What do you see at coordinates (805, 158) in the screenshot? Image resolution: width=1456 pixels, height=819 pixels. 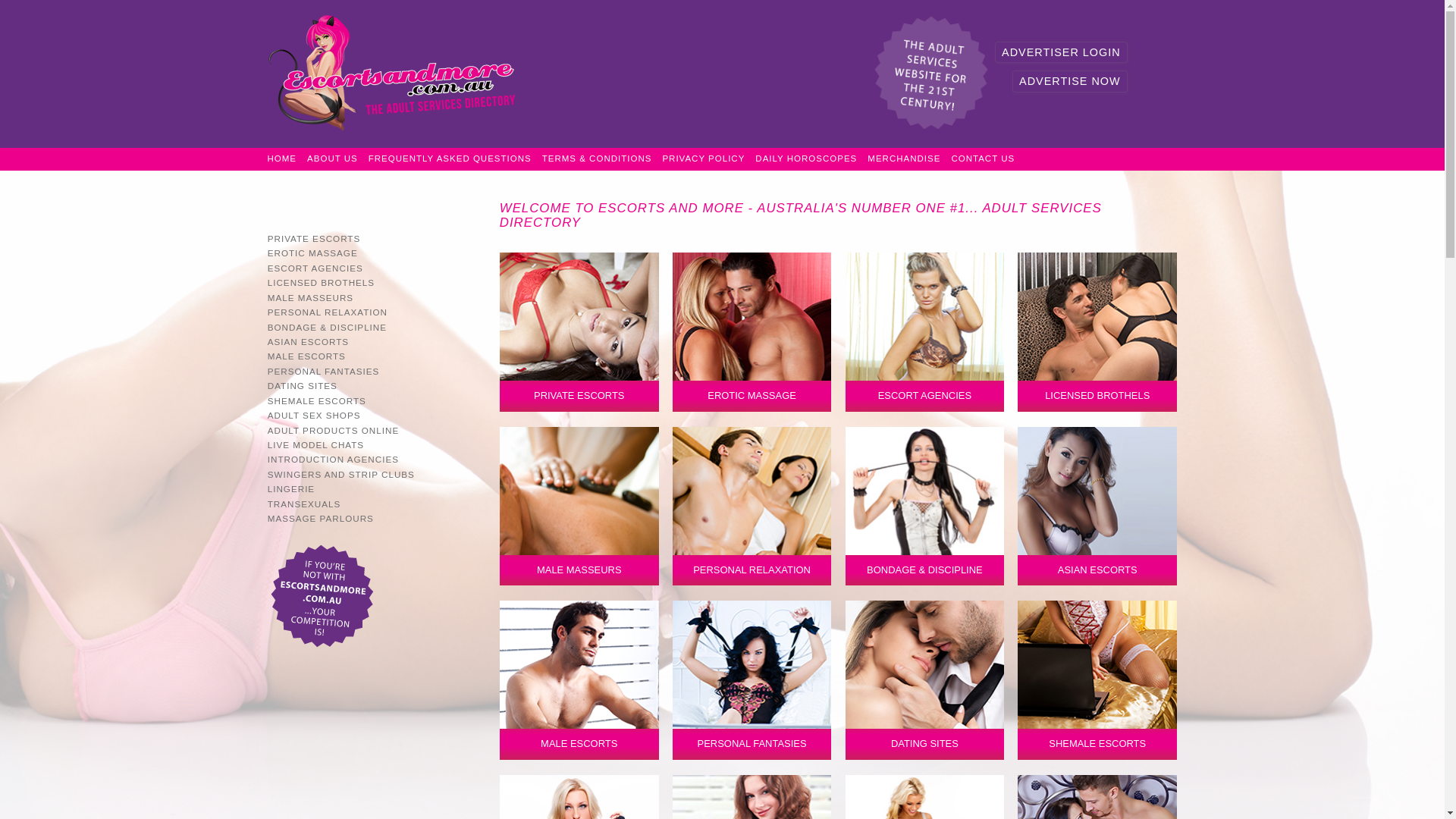 I see `'DAILY HOROSCOPES'` at bounding box center [805, 158].